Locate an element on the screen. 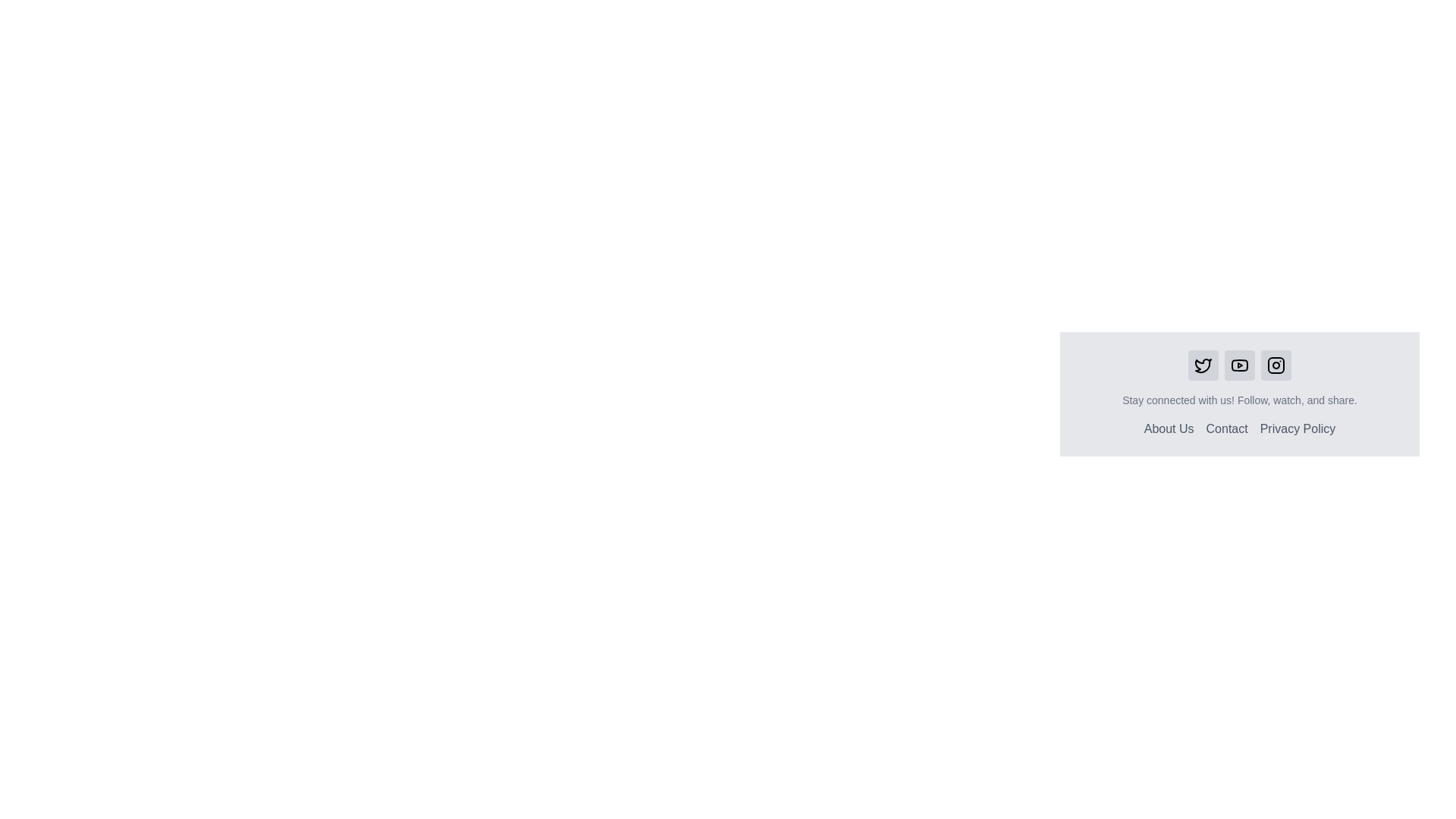 The height and width of the screenshot is (819, 1456). the text line that says 'Stay connected with us! Follow, watch, and share.' which is styled with a smaller gray font and is located below the social media icons is located at coordinates (1240, 400).